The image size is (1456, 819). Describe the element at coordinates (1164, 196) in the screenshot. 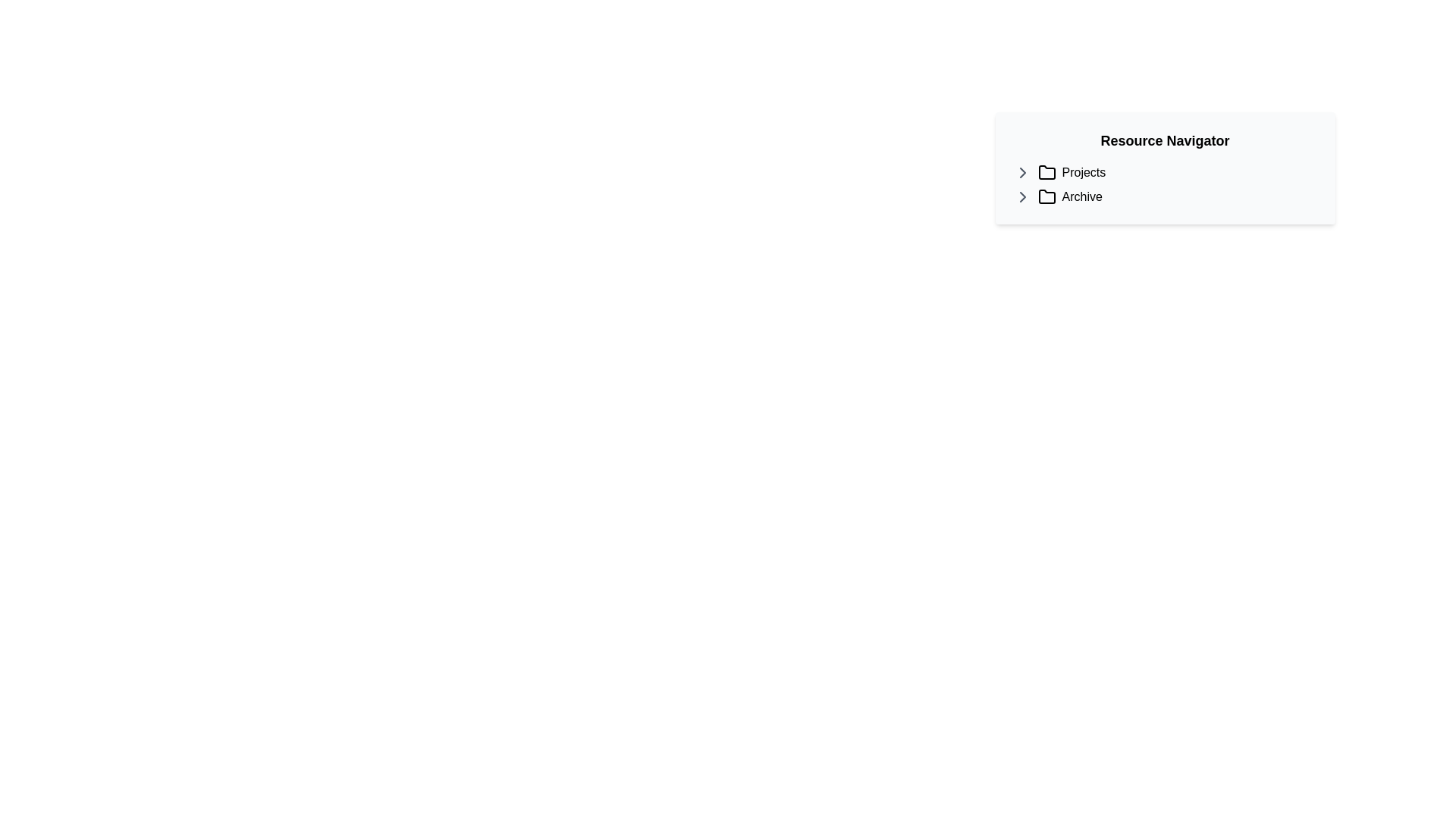

I see `the 'Archive' navigation entry, which is the second item in the 'Resource Navigator' list` at that location.